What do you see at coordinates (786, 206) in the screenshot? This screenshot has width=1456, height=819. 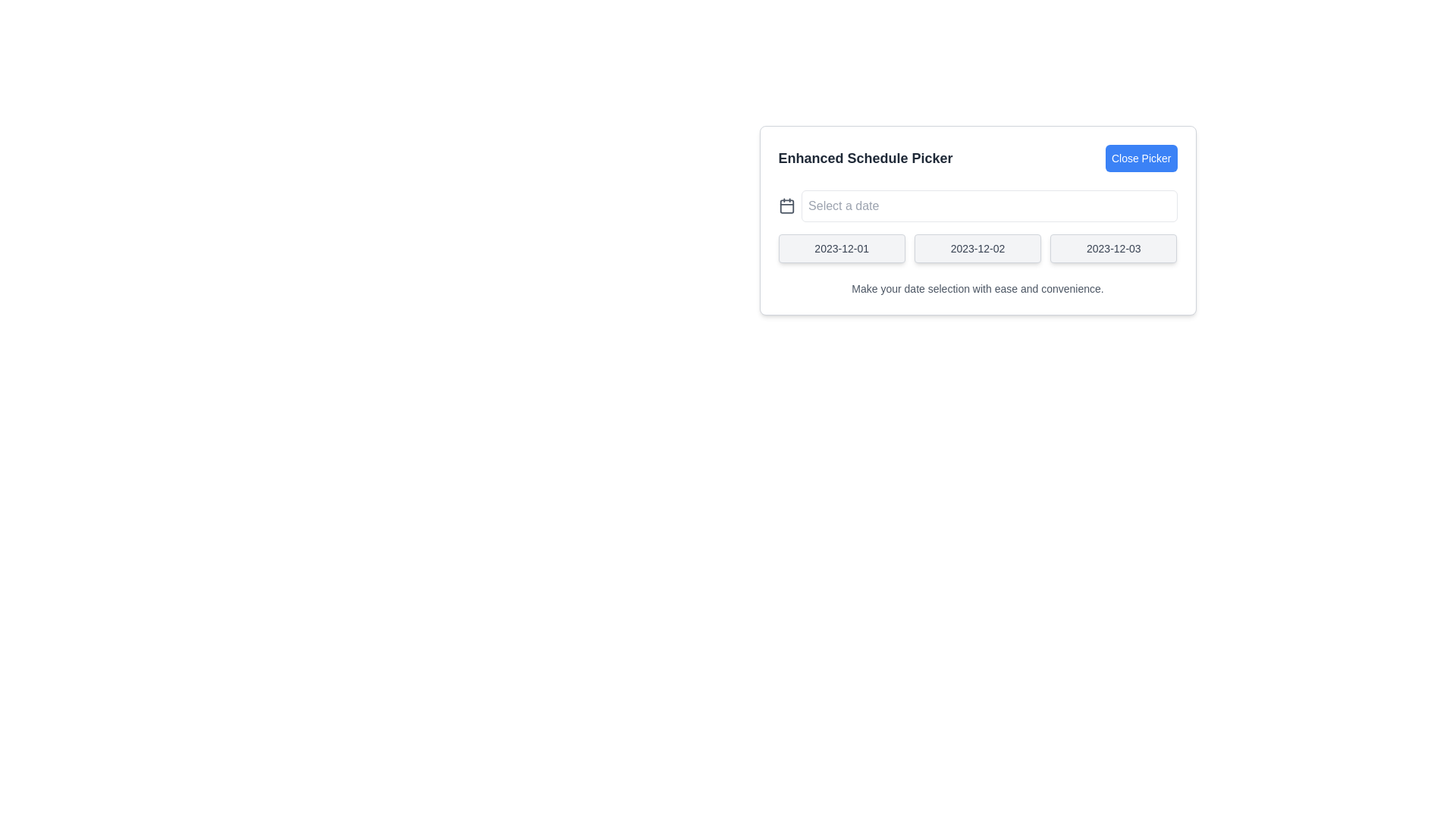 I see `the calendar icon, which is a rectangular shape with a white background and a gray border, located to the left of the date input field labeled 'Select a date' in the 'Enhanced Schedule Picker' modal` at bounding box center [786, 206].